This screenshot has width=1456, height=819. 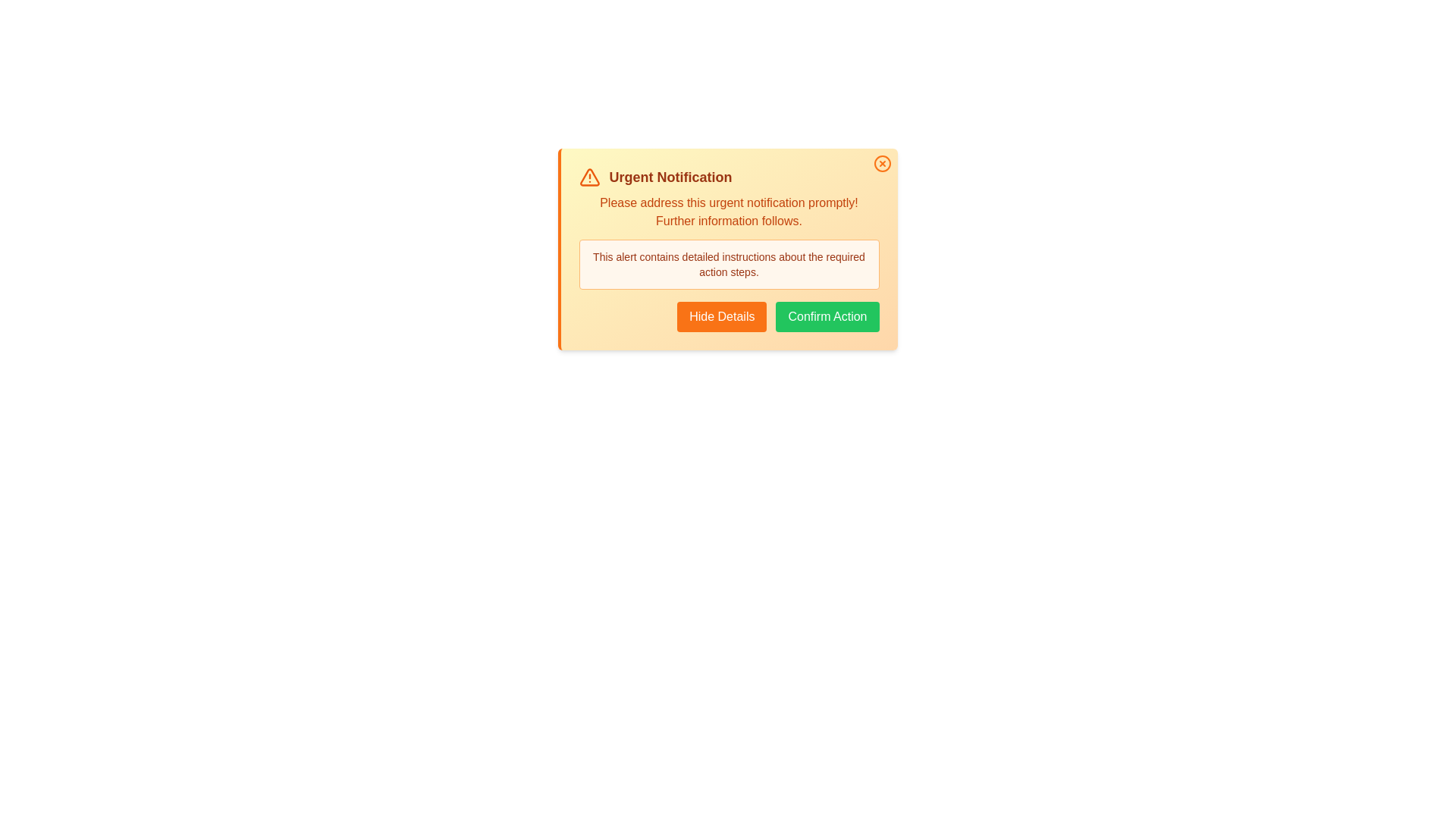 What do you see at coordinates (720, 315) in the screenshot?
I see `the 'Hide Details' button to toggle the visibility of the details section` at bounding box center [720, 315].